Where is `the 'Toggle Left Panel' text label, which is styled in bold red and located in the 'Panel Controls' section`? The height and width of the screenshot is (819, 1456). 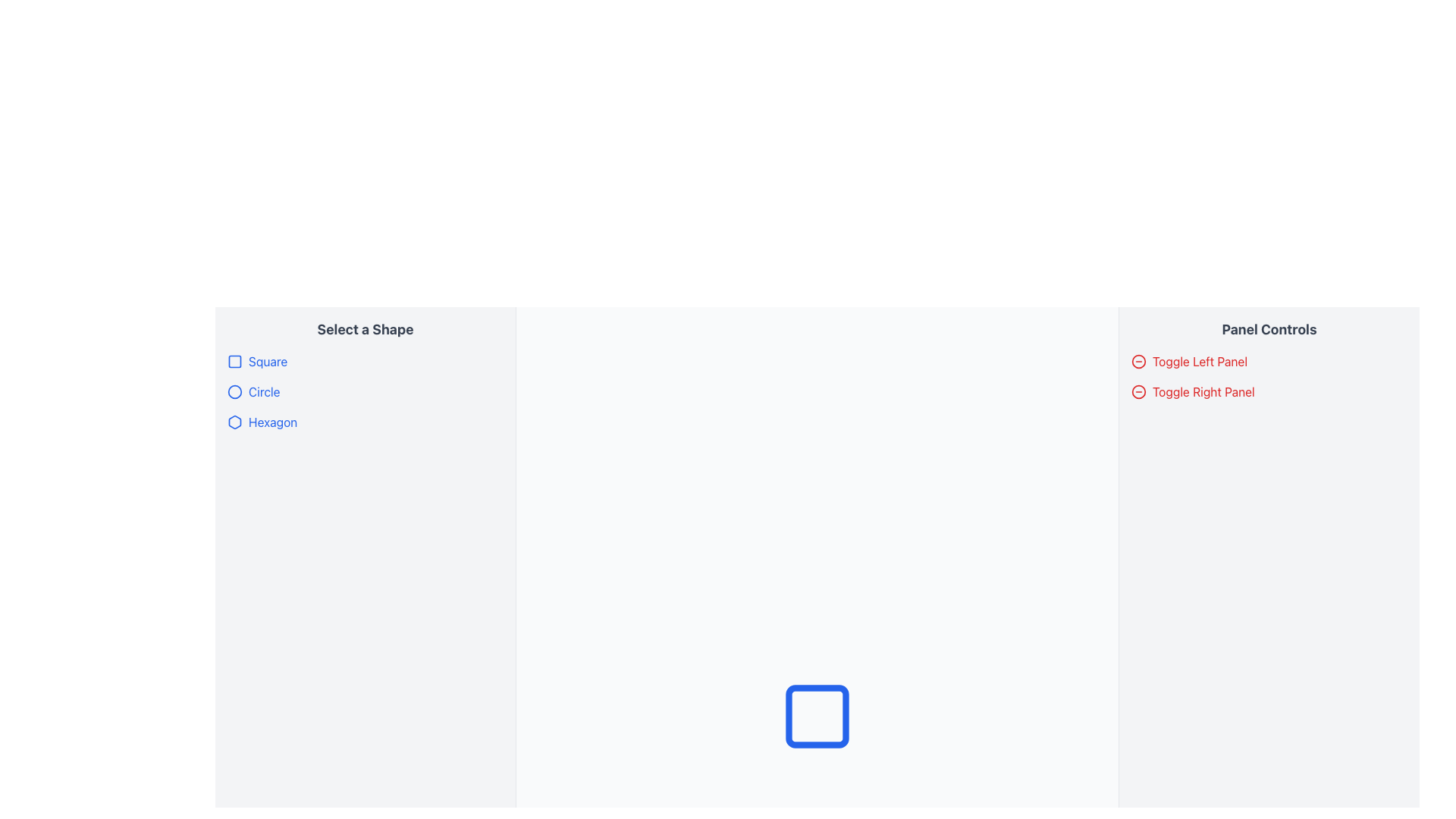 the 'Toggle Left Panel' text label, which is styled in bold red and located in the 'Panel Controls' section is located at coordinates (1199, 362).